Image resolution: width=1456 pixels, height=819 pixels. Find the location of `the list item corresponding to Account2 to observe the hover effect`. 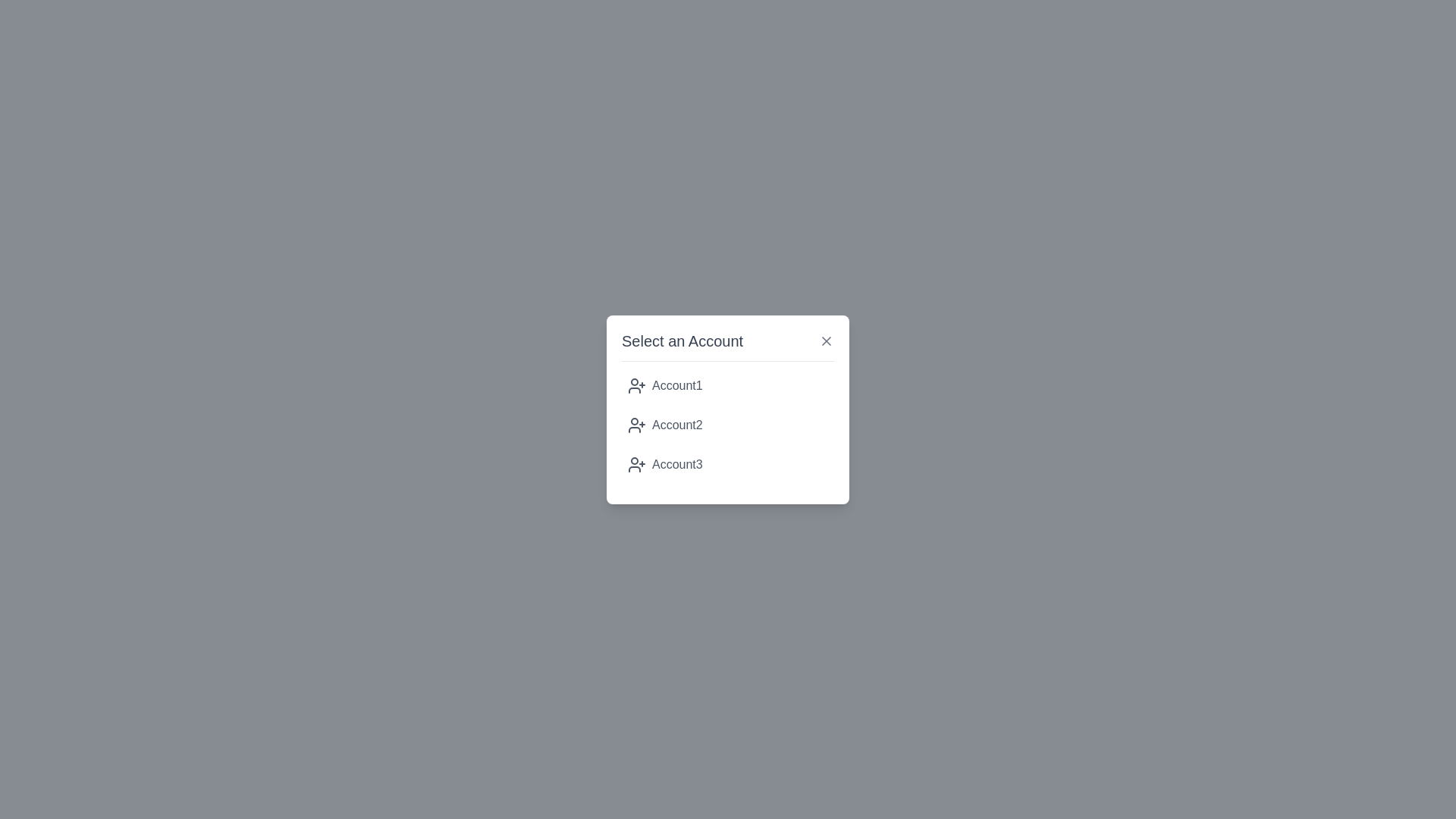

the list item corresponding to Account2 to observe the hover effect is located at coordinates (728, 425).